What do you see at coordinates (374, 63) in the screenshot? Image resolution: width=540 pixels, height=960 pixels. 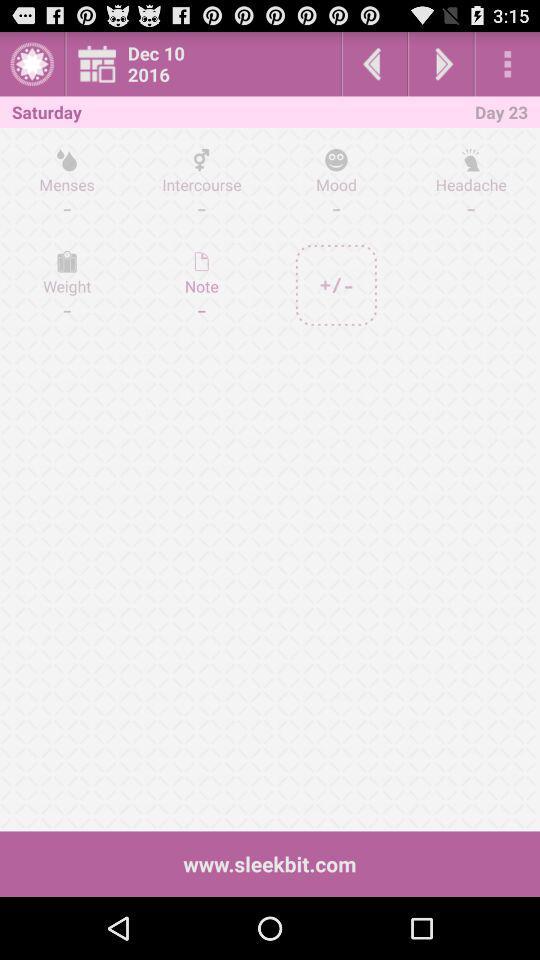 I see `previous page` at bounding box center [374, 63].